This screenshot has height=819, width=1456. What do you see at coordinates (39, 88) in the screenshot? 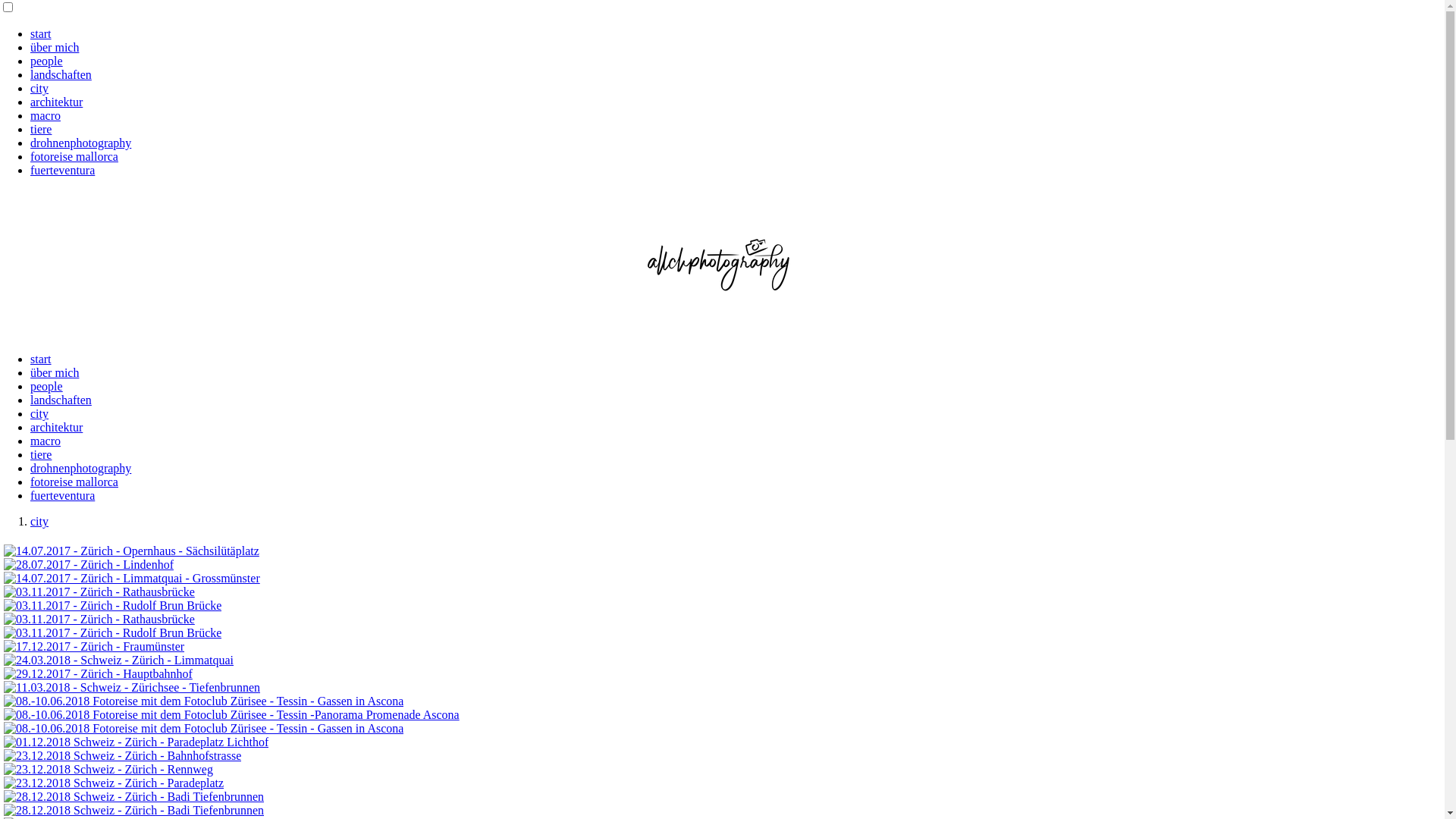
I see `'city'` at bounding box center [39, 88].